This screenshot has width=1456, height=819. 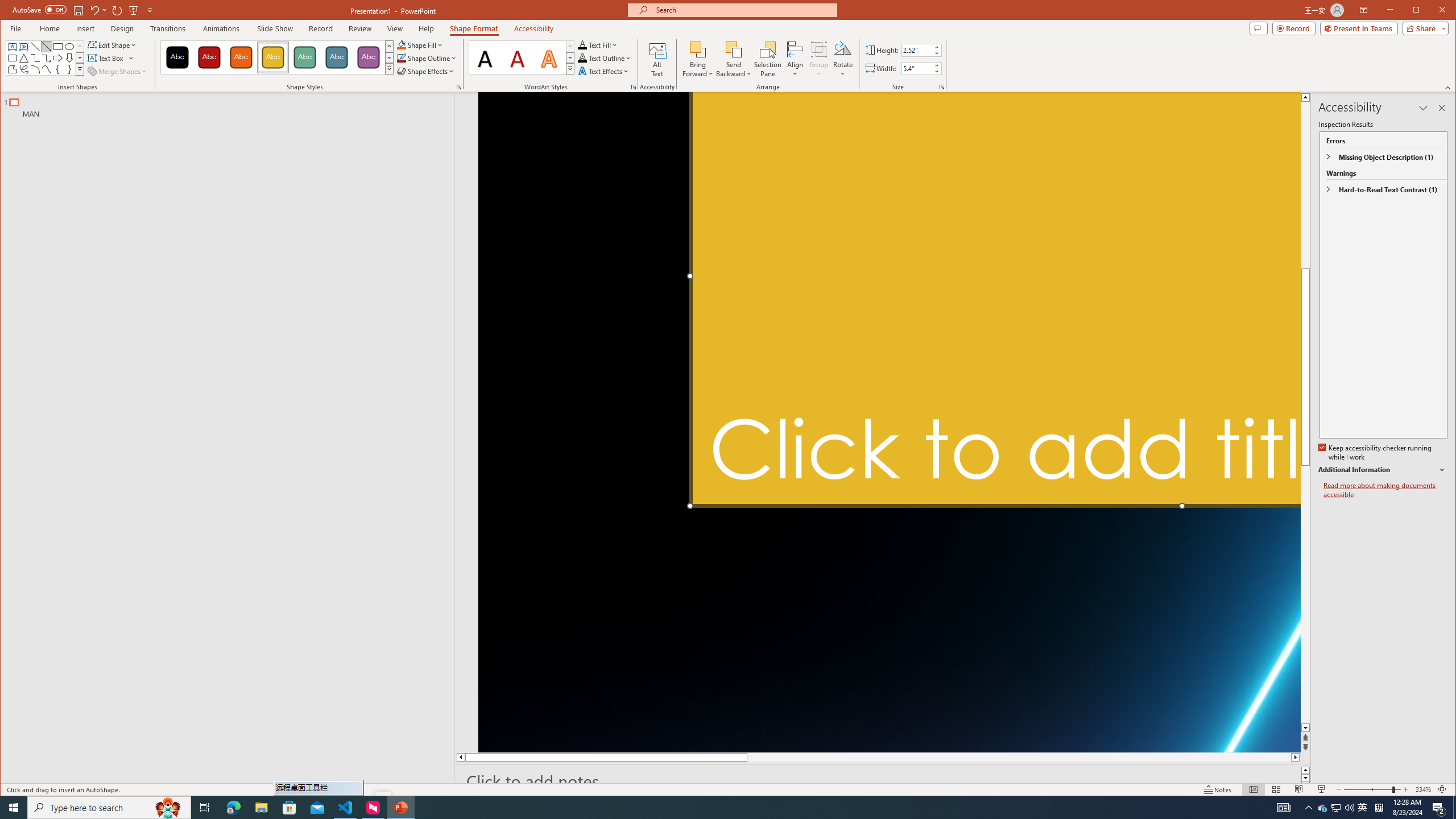 I want to click on 'Send Backward', so click(x=733, y=59).